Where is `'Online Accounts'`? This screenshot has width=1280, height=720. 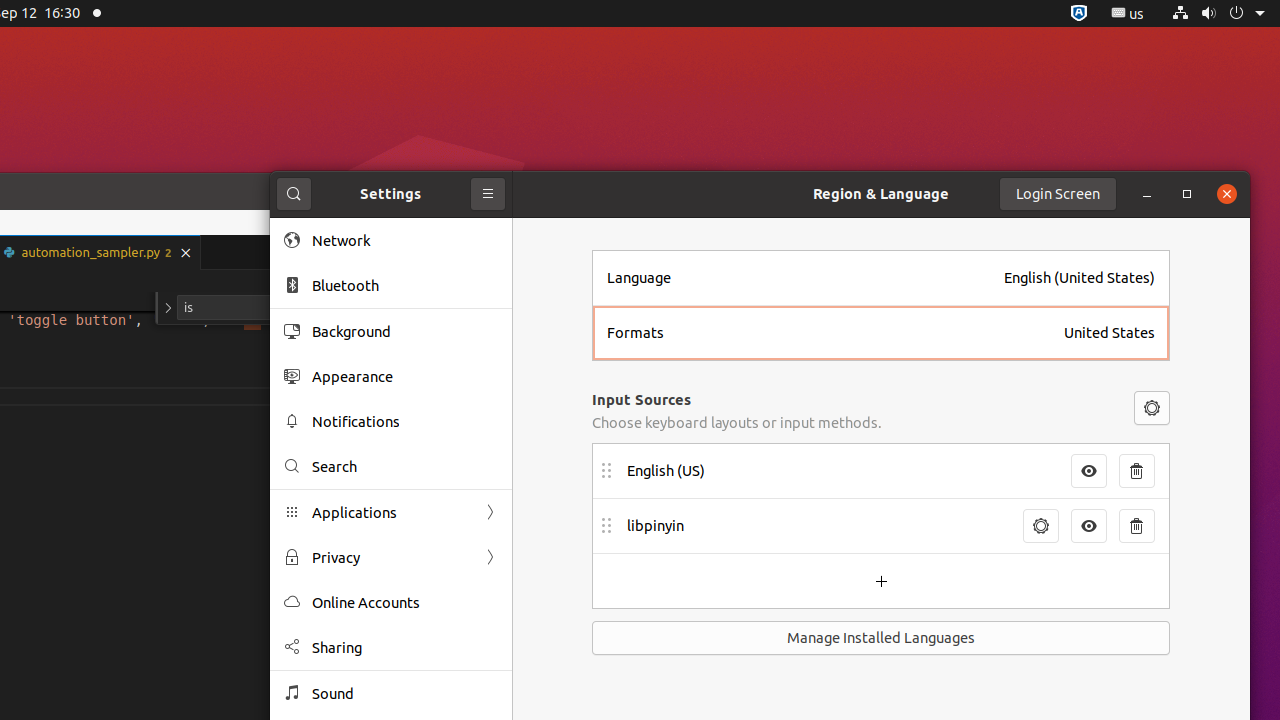
'Online Accounts' is located at coordinates (403, 601).